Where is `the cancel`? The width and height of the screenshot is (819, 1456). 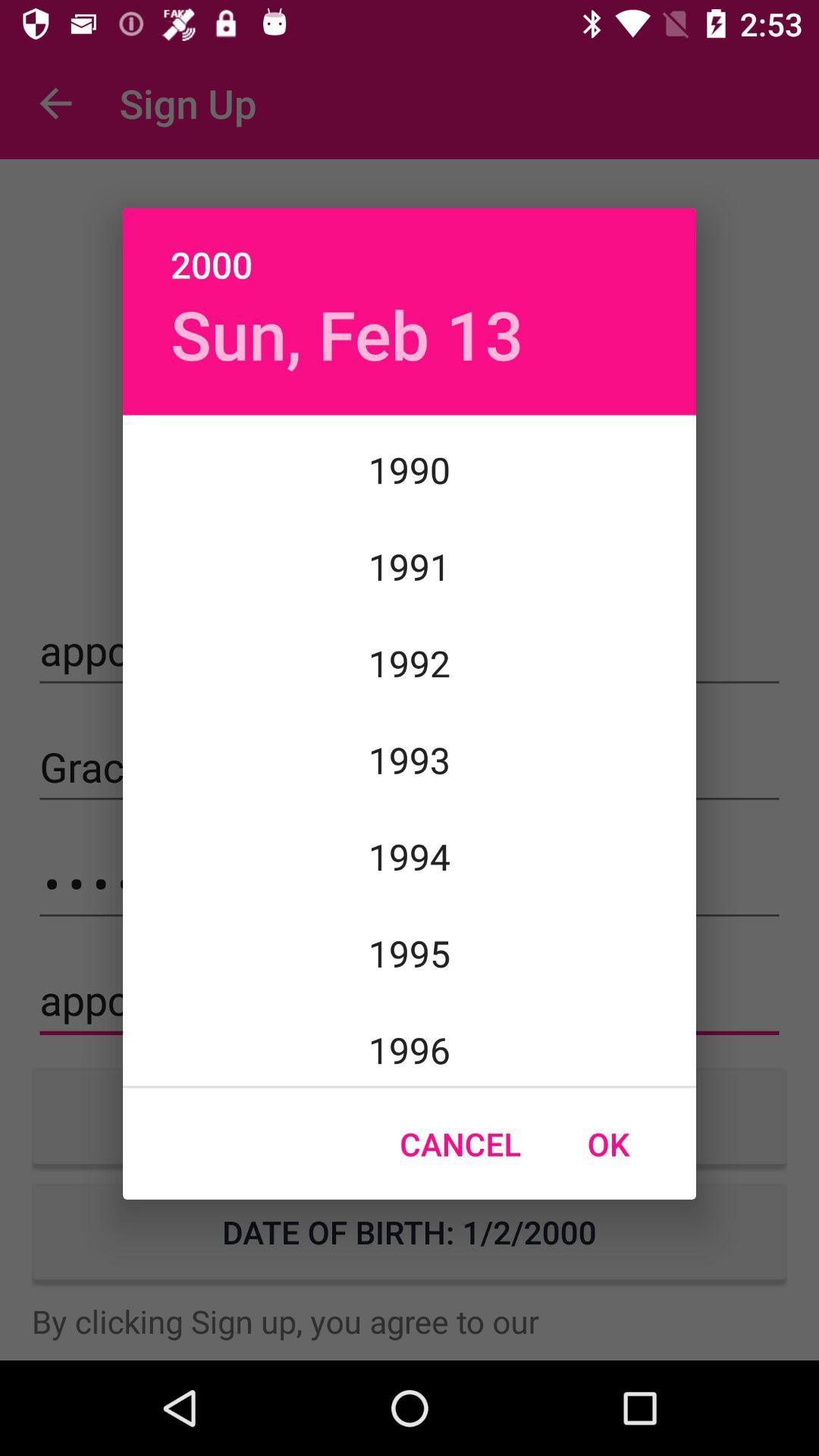
the cancel is located at coordinates (460, 1144).